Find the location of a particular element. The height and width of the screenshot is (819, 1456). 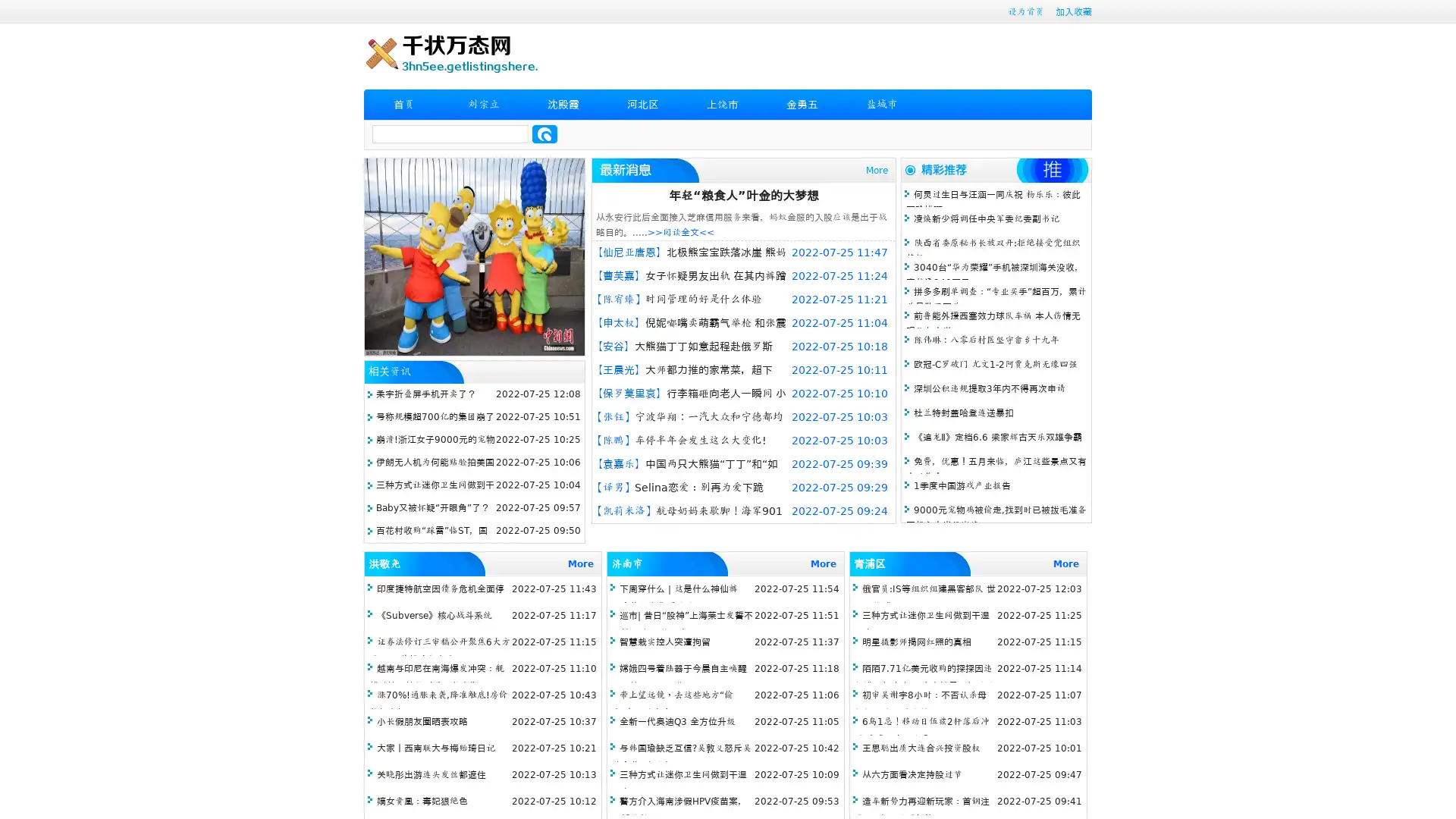

Search is located at coordinates (544, 133).